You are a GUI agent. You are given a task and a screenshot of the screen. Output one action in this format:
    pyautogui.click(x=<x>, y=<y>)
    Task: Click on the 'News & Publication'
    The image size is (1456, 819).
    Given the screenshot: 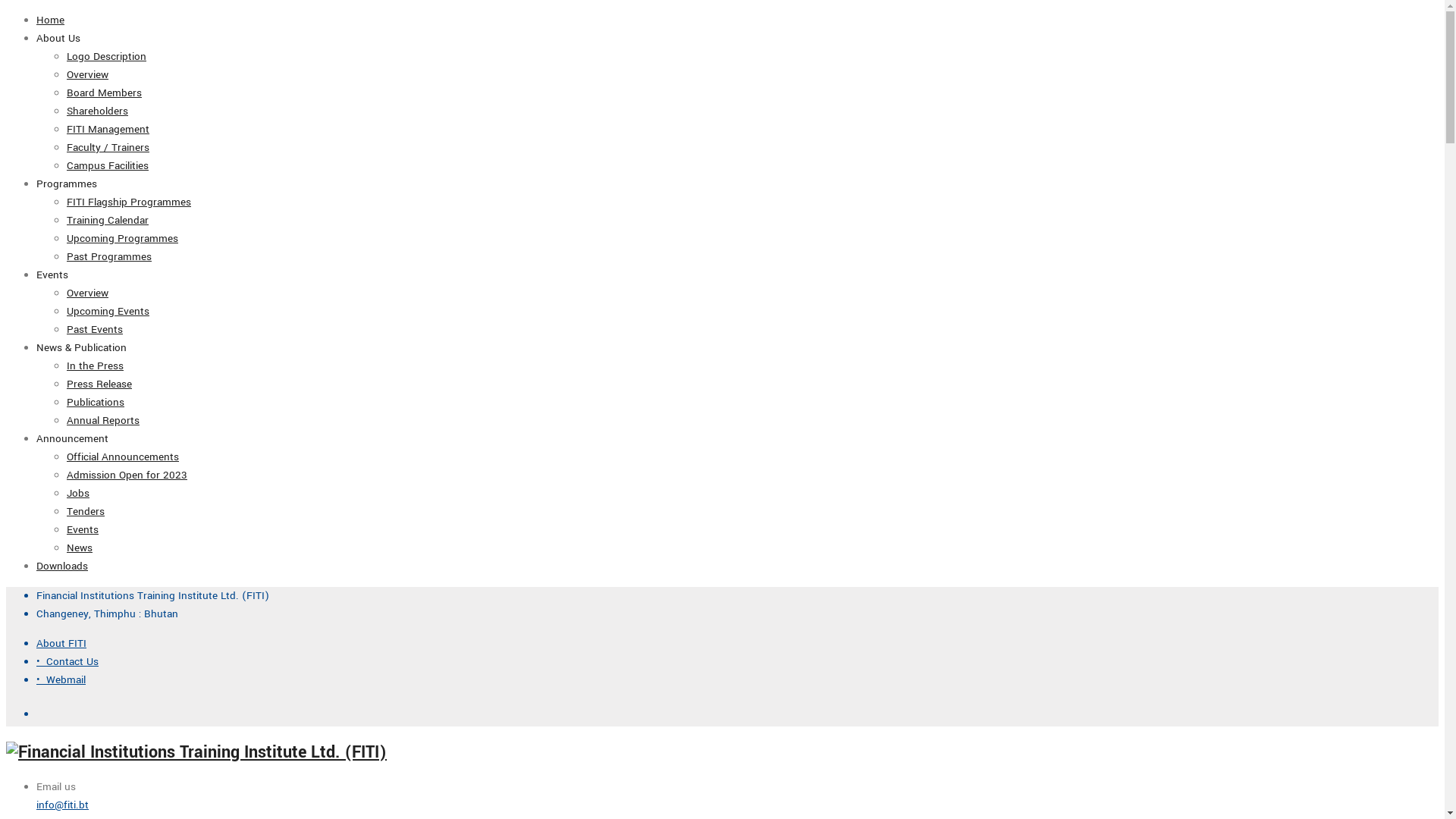 What is the action you would take?
    pyautogui.click(x=80, y=347)
    